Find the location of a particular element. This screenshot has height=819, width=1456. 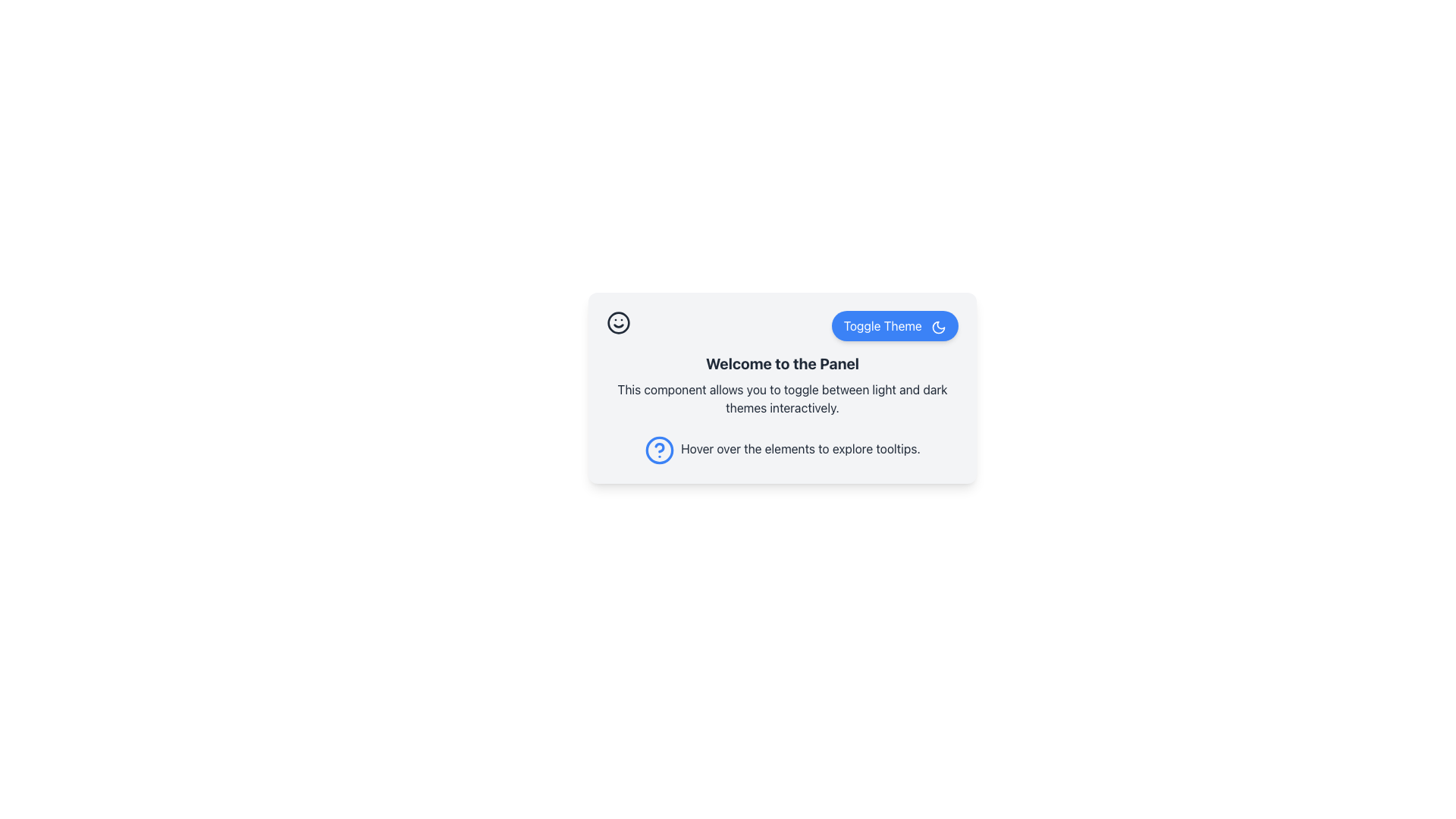

the cheerful icon located in the top-left corner of the card component, which is the first element before the 'Toggle Theme' button is located at coordinates (619, 322).